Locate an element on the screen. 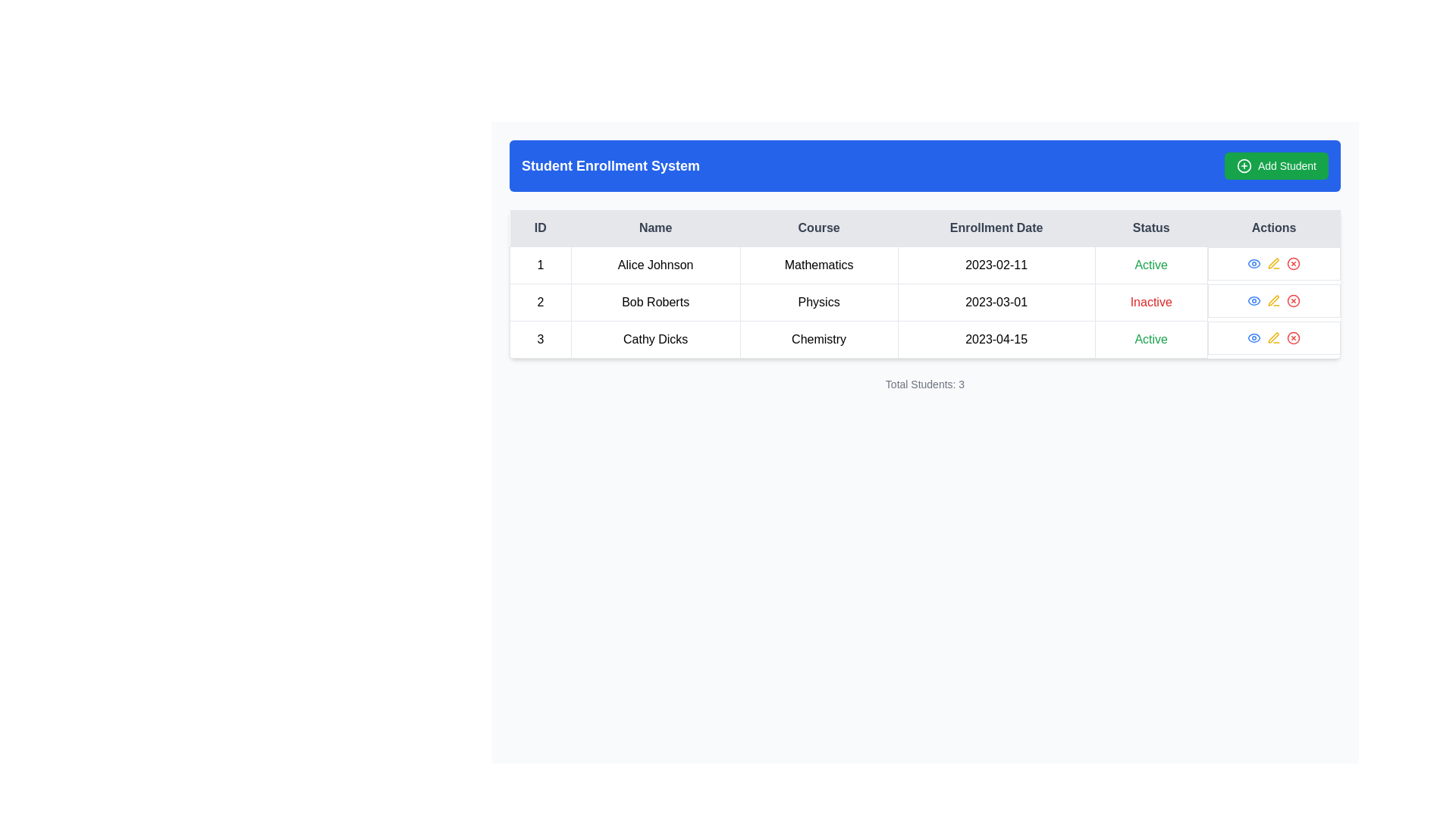 Image resolution: width=1456 pixels, height=819 pixels. the 'Name' label in the second column of the table header, which has a light gray background and is located between the 'ID' and 'Course' columns is located at coordinates (655, 228).